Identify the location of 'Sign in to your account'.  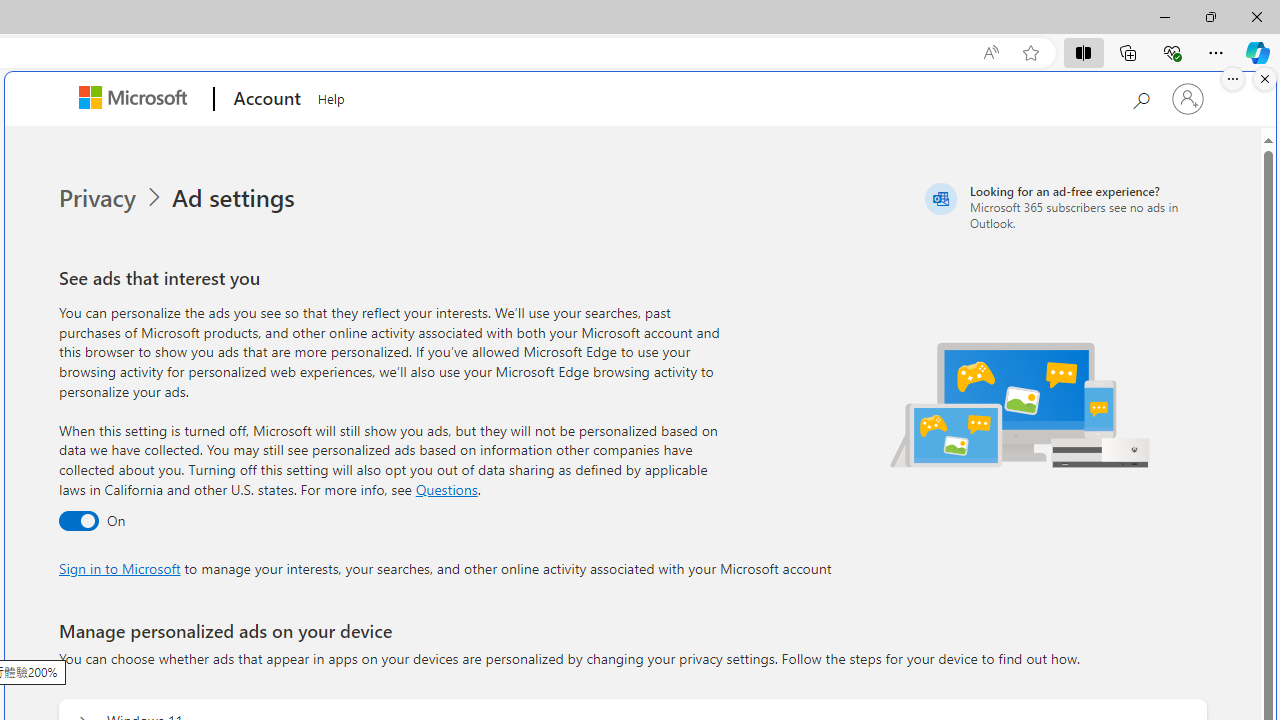
(1188, 99).